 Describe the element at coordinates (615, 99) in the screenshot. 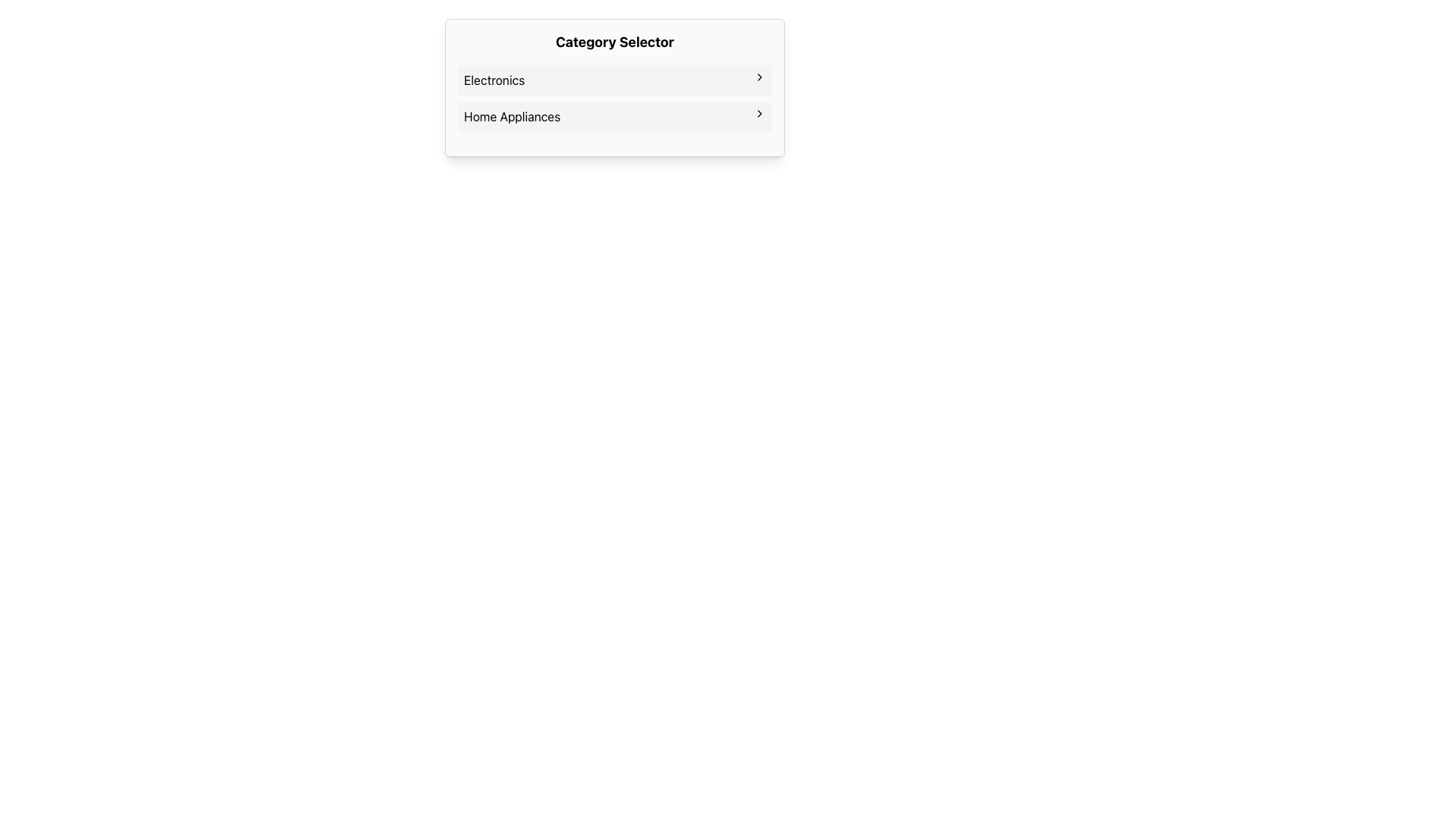

I see `the 'Home Appliances' list item within the category selector` at that location.